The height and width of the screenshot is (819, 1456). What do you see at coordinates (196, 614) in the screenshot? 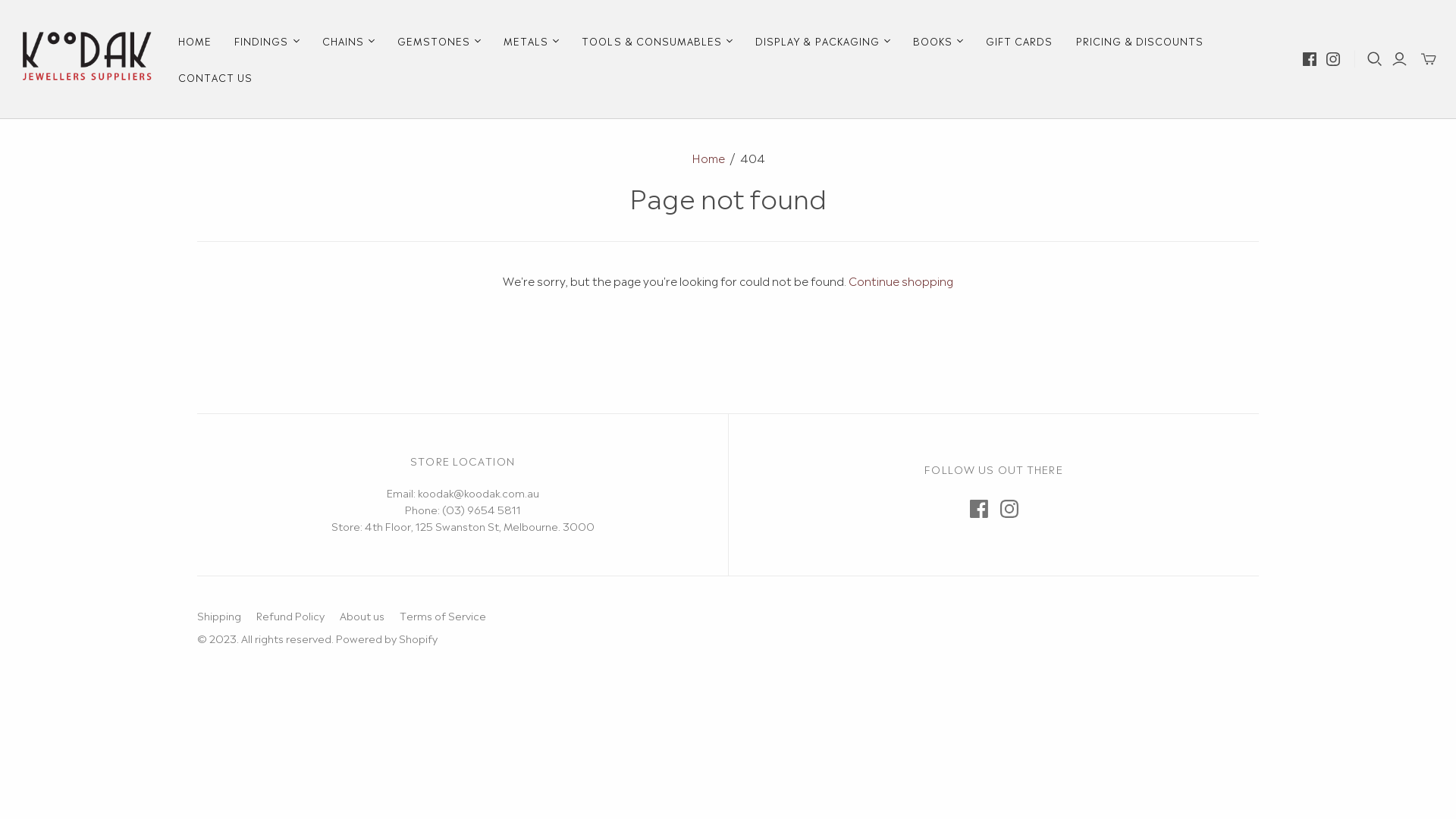
I see `'Shipping'` at bounding box center [196, 614].